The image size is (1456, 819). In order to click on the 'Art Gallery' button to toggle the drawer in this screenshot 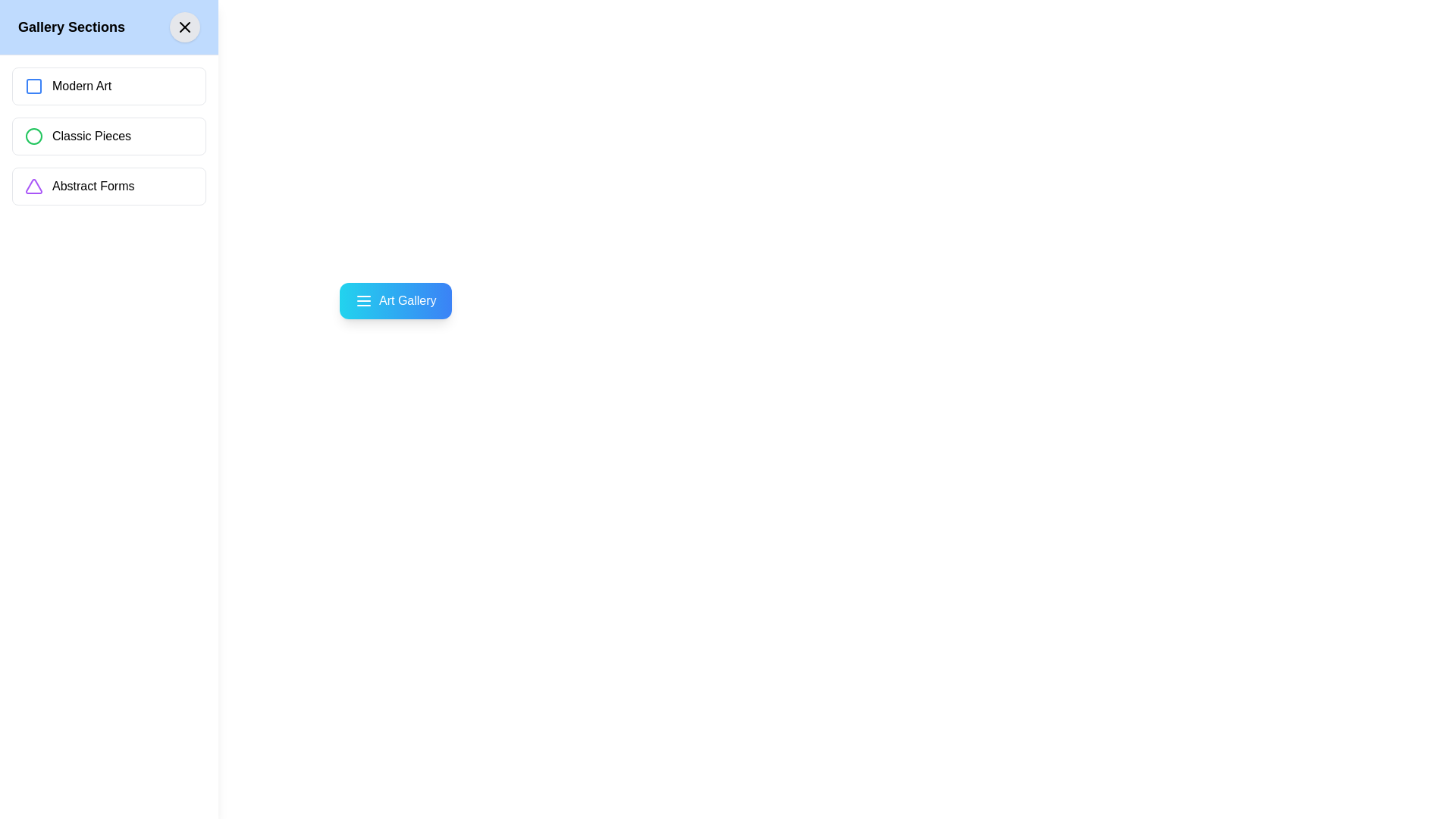, I will do `click(395, 301)`.